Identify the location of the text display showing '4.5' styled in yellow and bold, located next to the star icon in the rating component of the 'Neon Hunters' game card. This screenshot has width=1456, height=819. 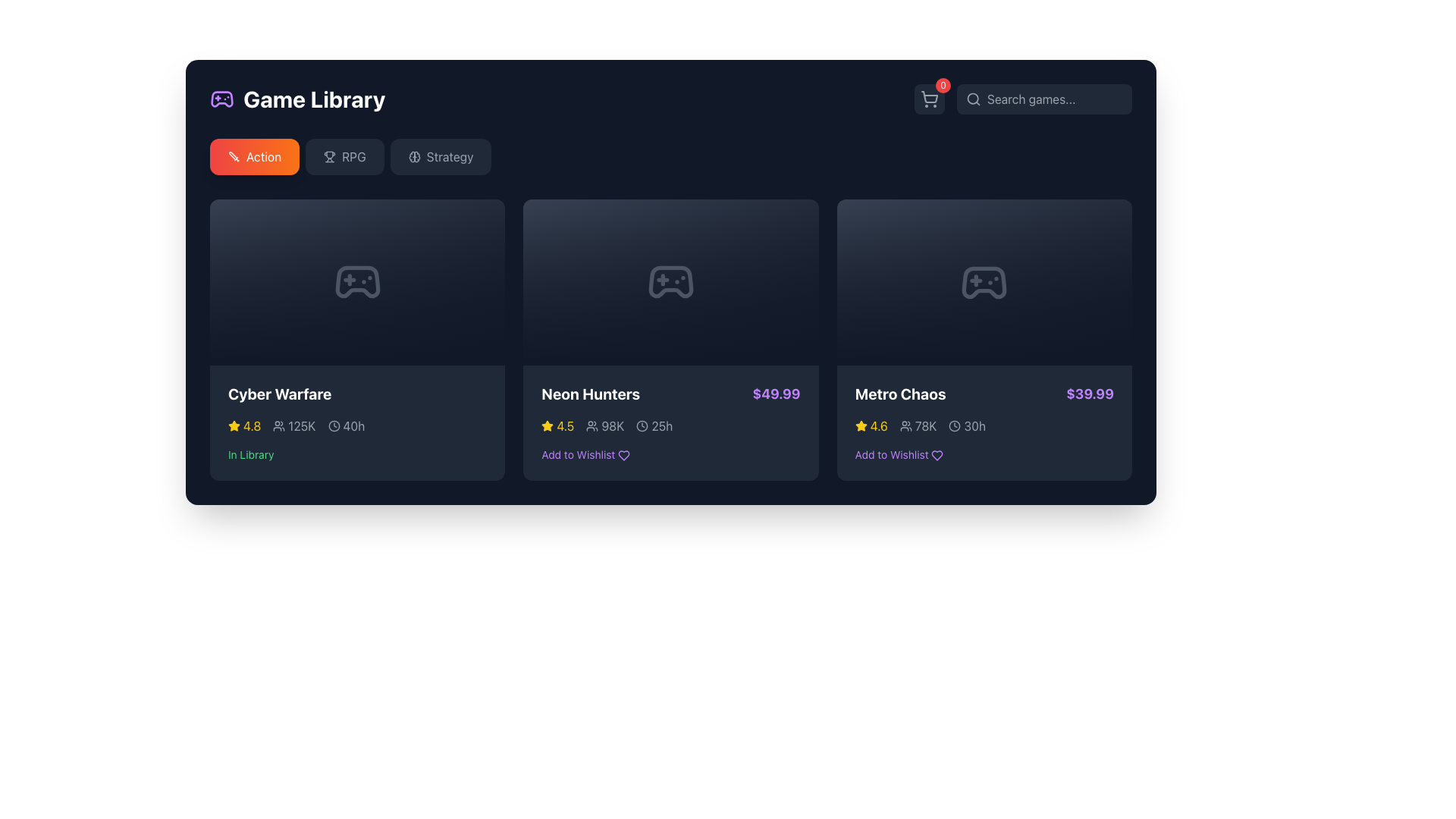
(564, 426).